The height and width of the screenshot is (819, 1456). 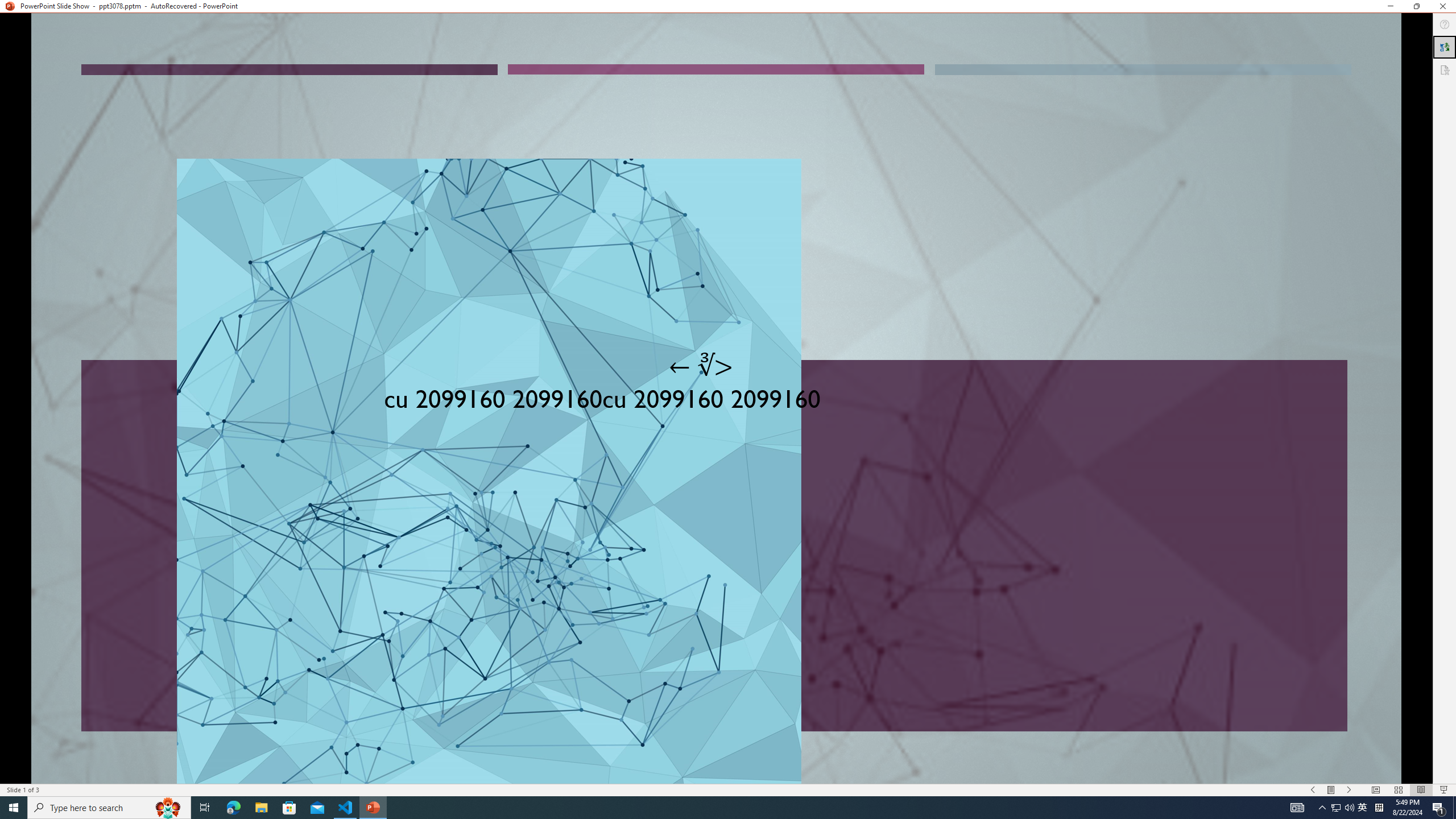 I want to click on 'Reading View', so click(x=1421, y=790).